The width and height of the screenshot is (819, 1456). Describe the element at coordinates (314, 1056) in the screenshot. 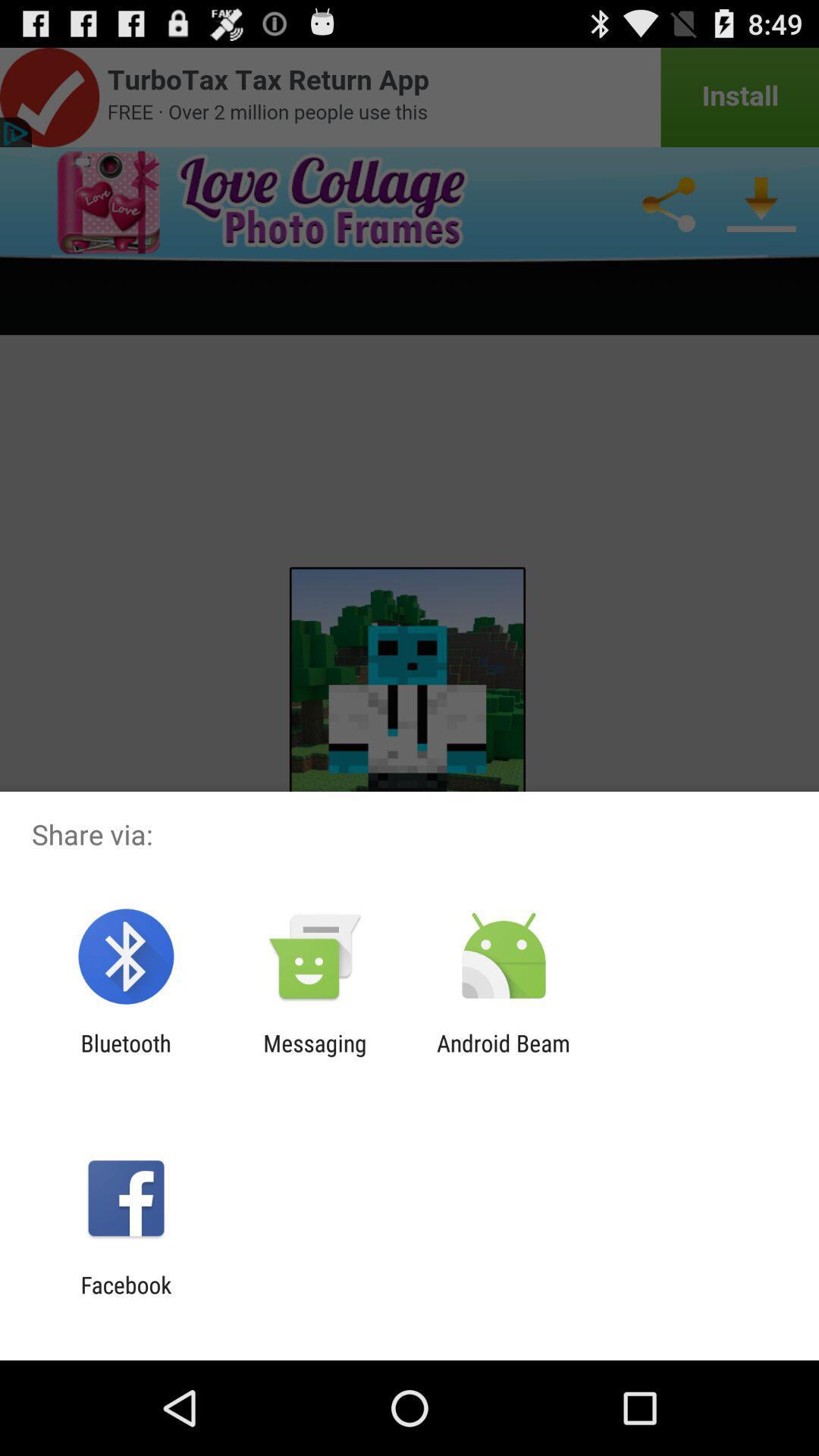

I see `app to the right of bluetooth item` at that location.